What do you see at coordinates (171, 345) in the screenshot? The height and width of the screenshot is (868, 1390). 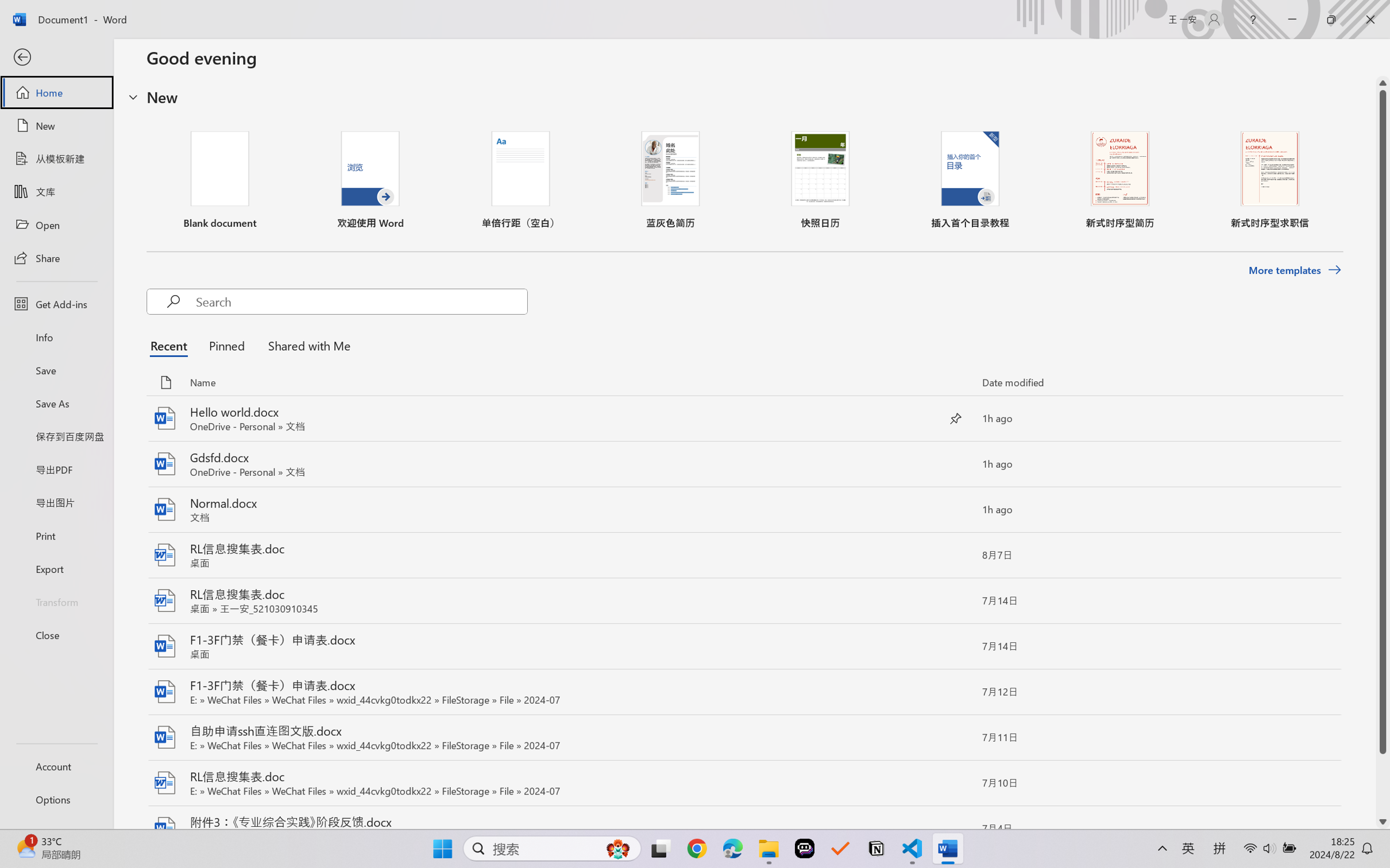 I see `'Recent'` at bounding box center [171, 345].